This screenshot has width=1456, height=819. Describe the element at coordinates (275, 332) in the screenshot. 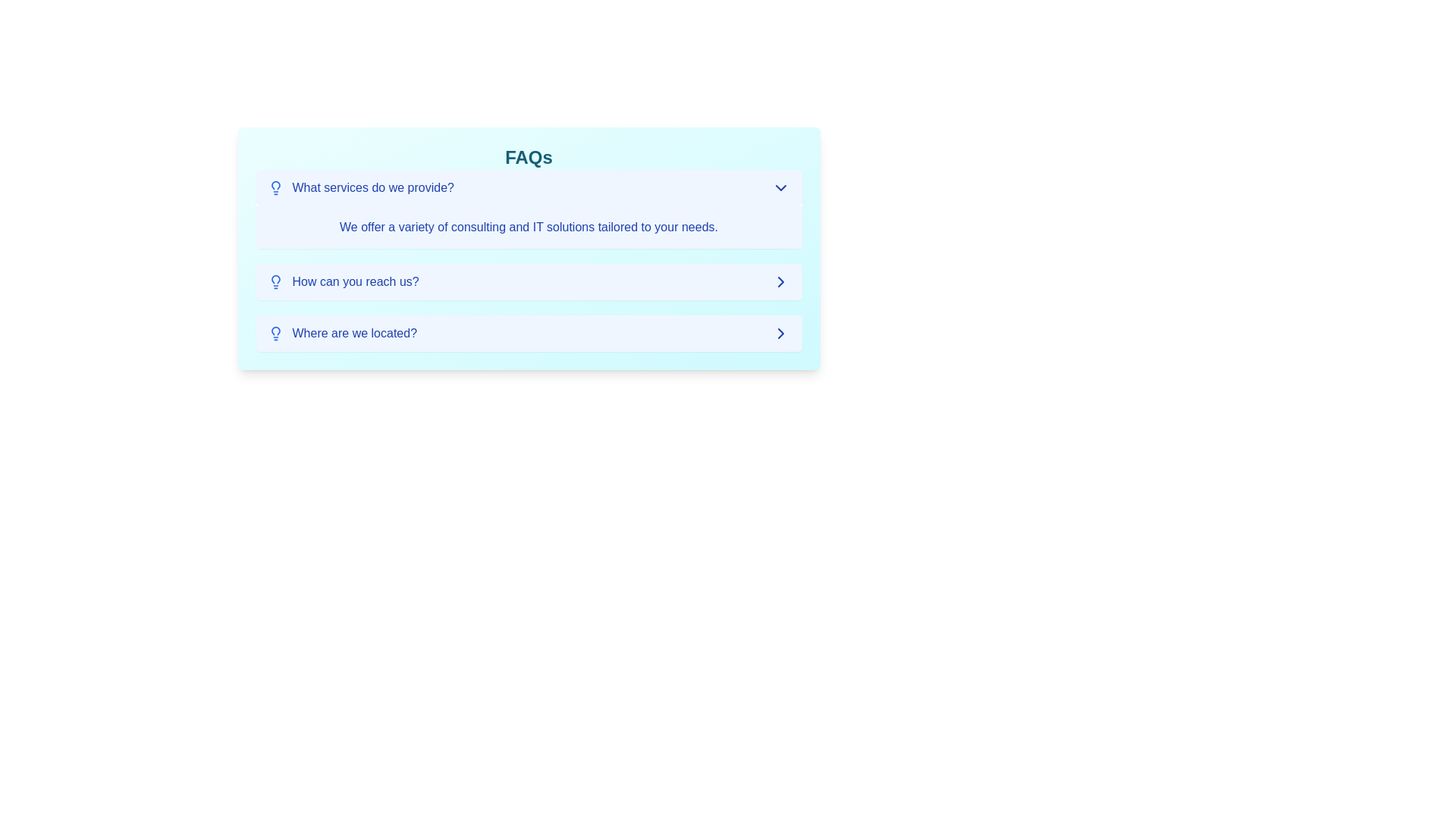

I see `the light bulb icon with a blue stroke, positioned next to the text 'Where are we located?' in the FAQs section` at that location.